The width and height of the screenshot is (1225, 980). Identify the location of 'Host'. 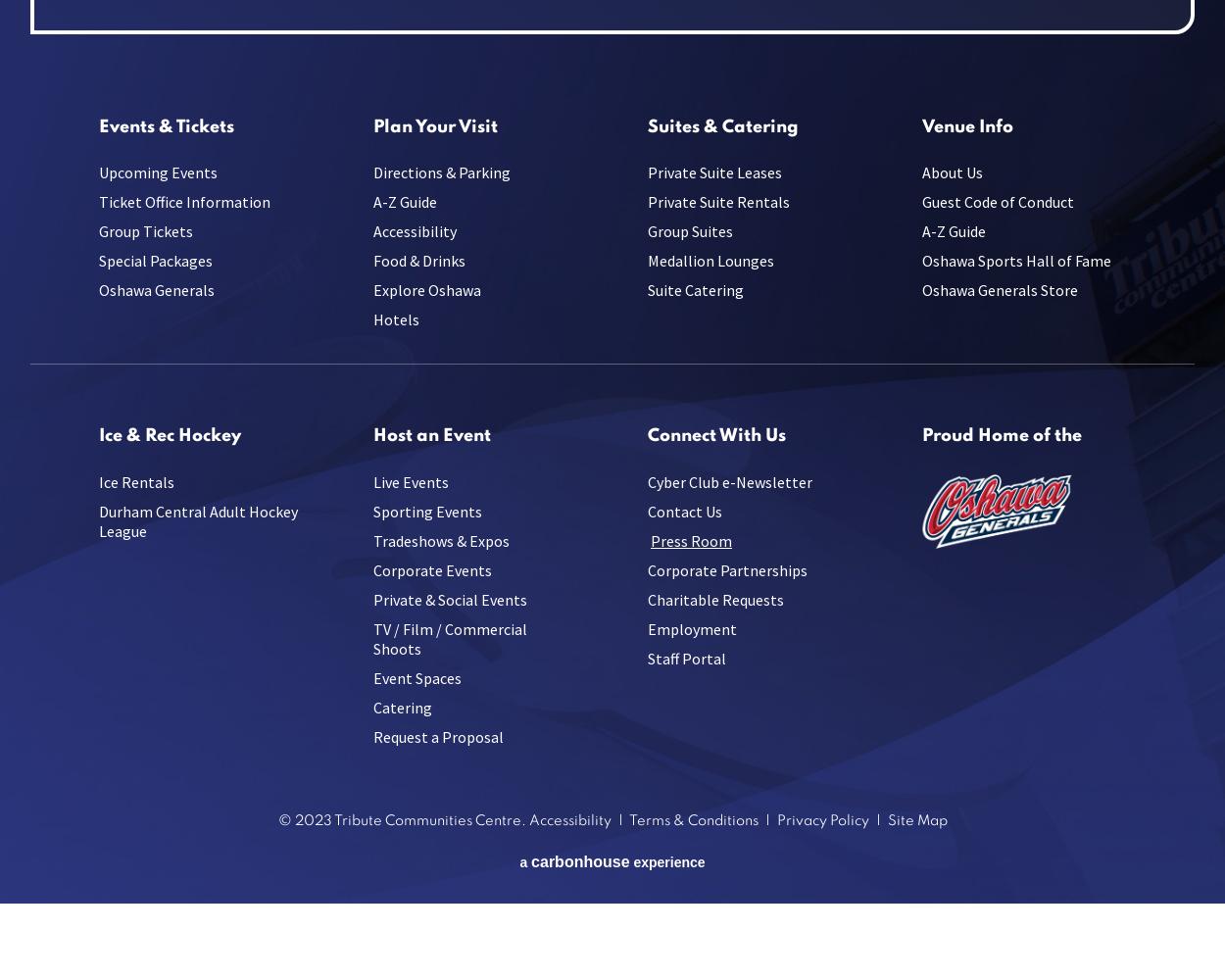
(392, 435).